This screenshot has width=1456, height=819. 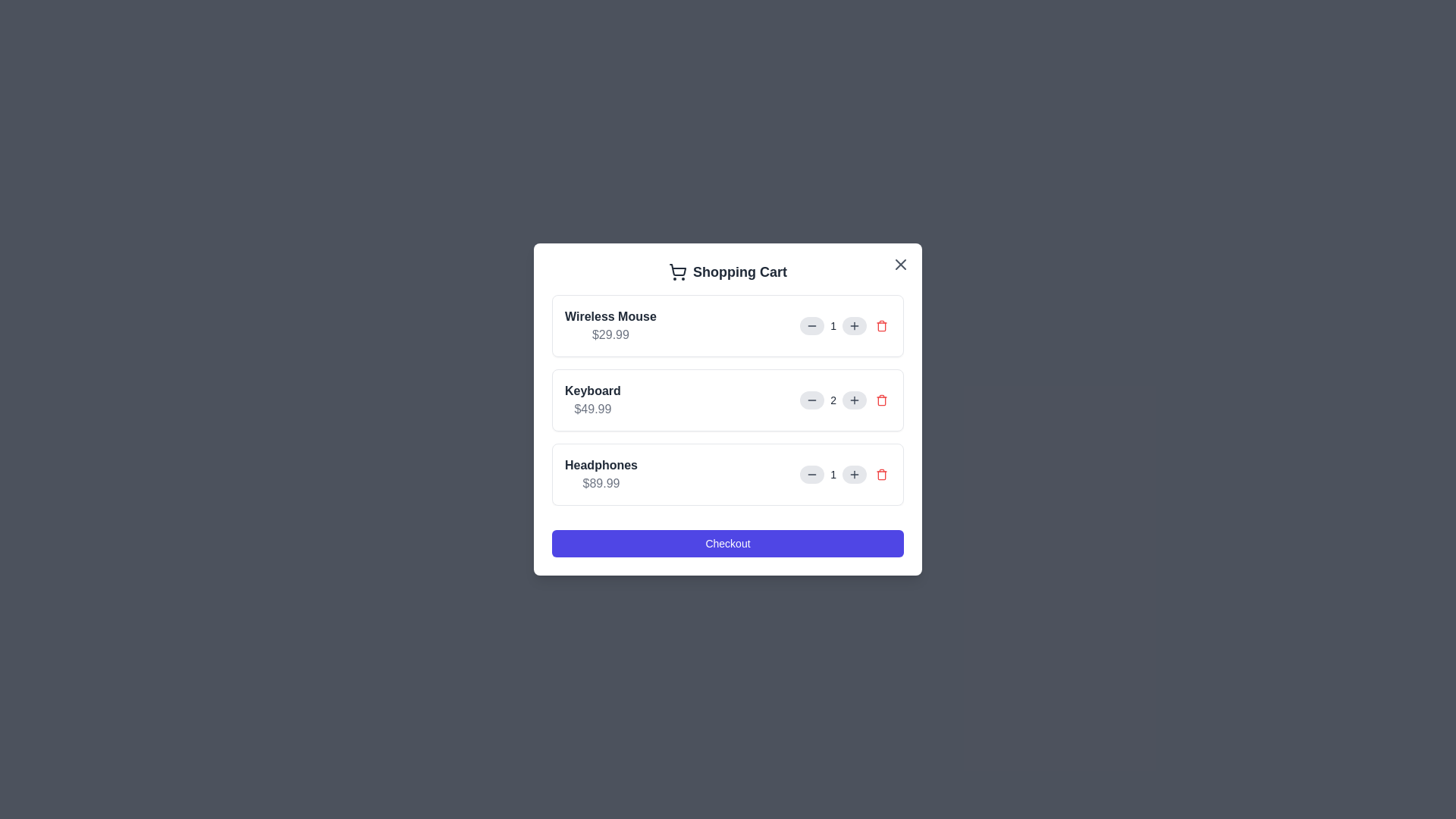 I want to click on the small, round '+' button located in the shopping cart interface, positioned to the left of the delete button and to the right of the quantity indicator, so click(x=855, y=400).